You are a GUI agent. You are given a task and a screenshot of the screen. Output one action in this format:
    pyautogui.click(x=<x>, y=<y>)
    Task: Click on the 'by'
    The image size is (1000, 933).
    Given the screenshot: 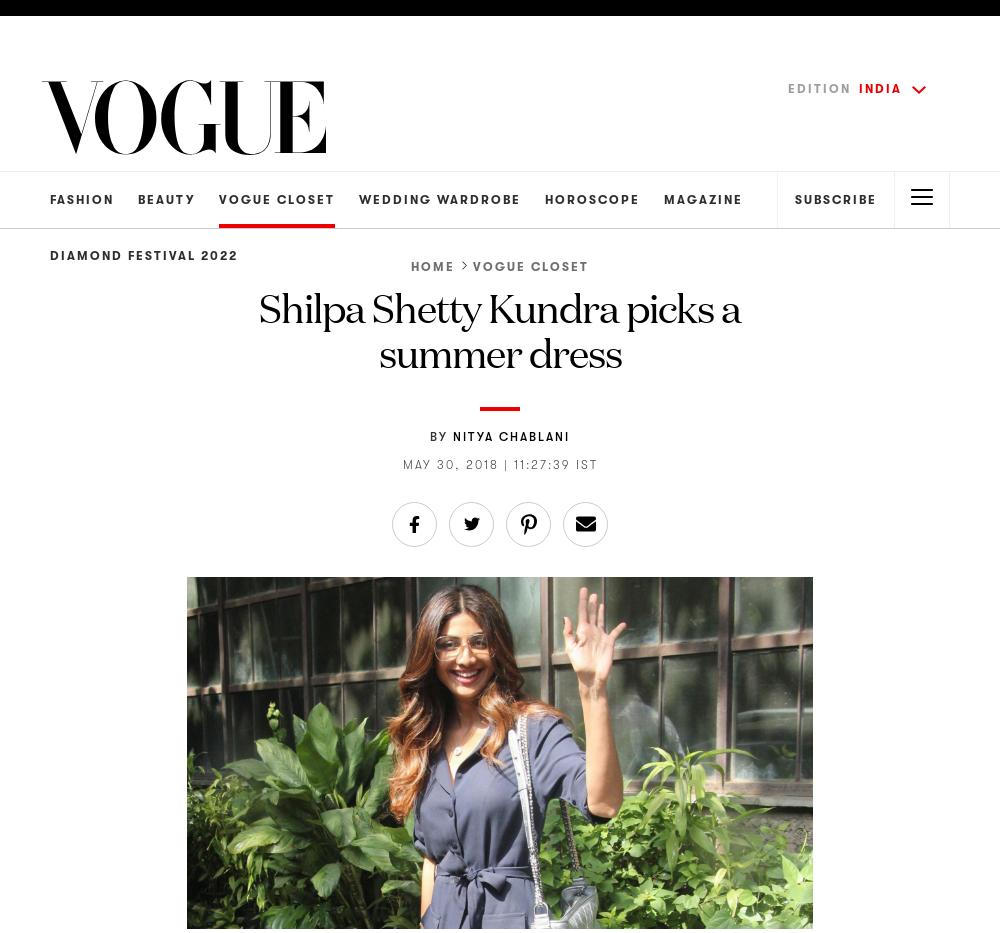 What is the action you would take?
    pyautogui.click(x=438, y=434)
    